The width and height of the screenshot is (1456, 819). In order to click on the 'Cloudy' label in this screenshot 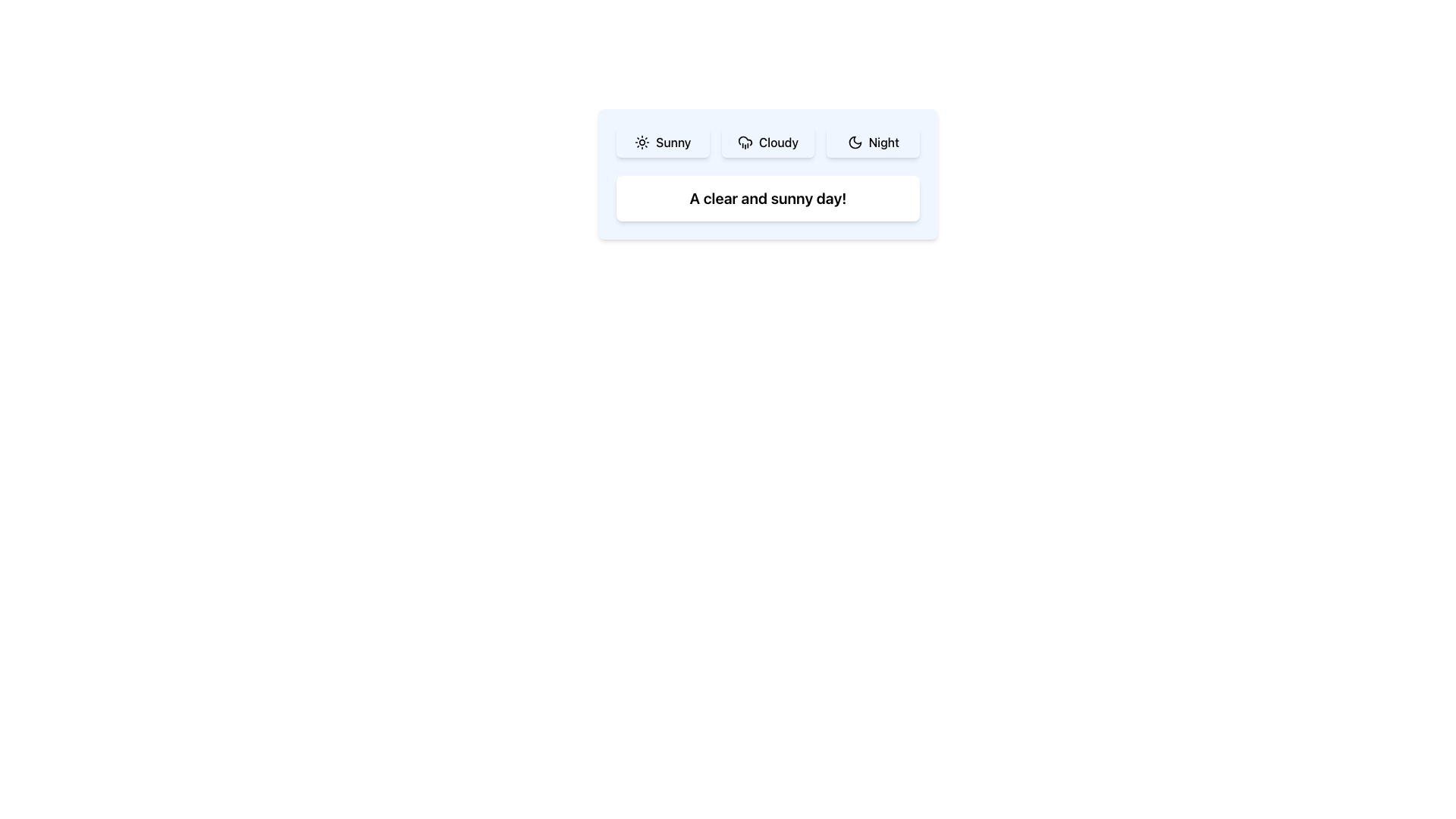, I will do `click(779, 143)`.